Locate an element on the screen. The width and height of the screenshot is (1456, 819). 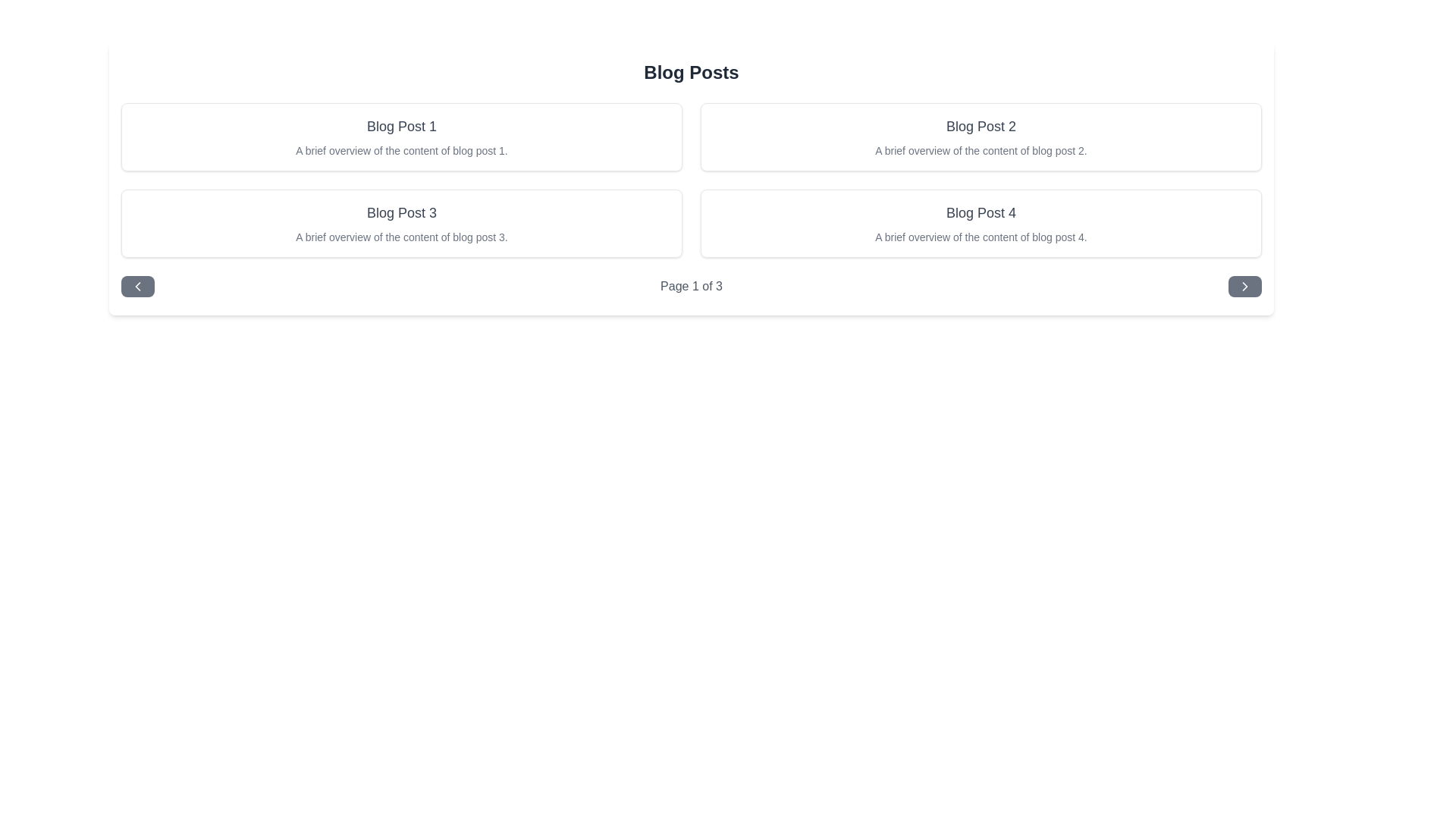
the gray text label that provides a summary of the blog post, located directly below the title 'Blog Post 1' in the top-left card of the grid layout is located at coordinates (401, 151).